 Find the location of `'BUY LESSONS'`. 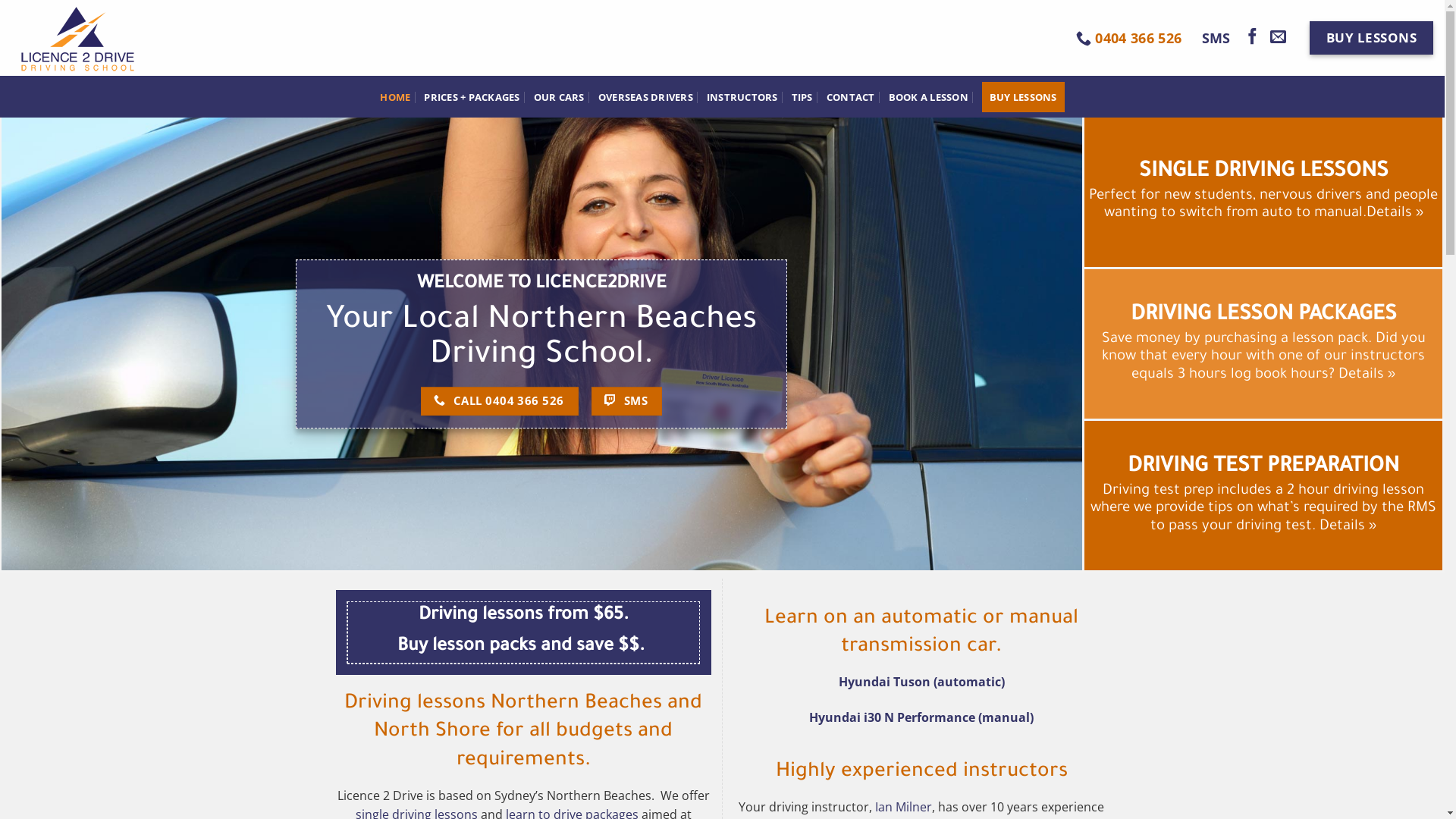

'BUY LESSONS' is located at coordinates (1371, 36).